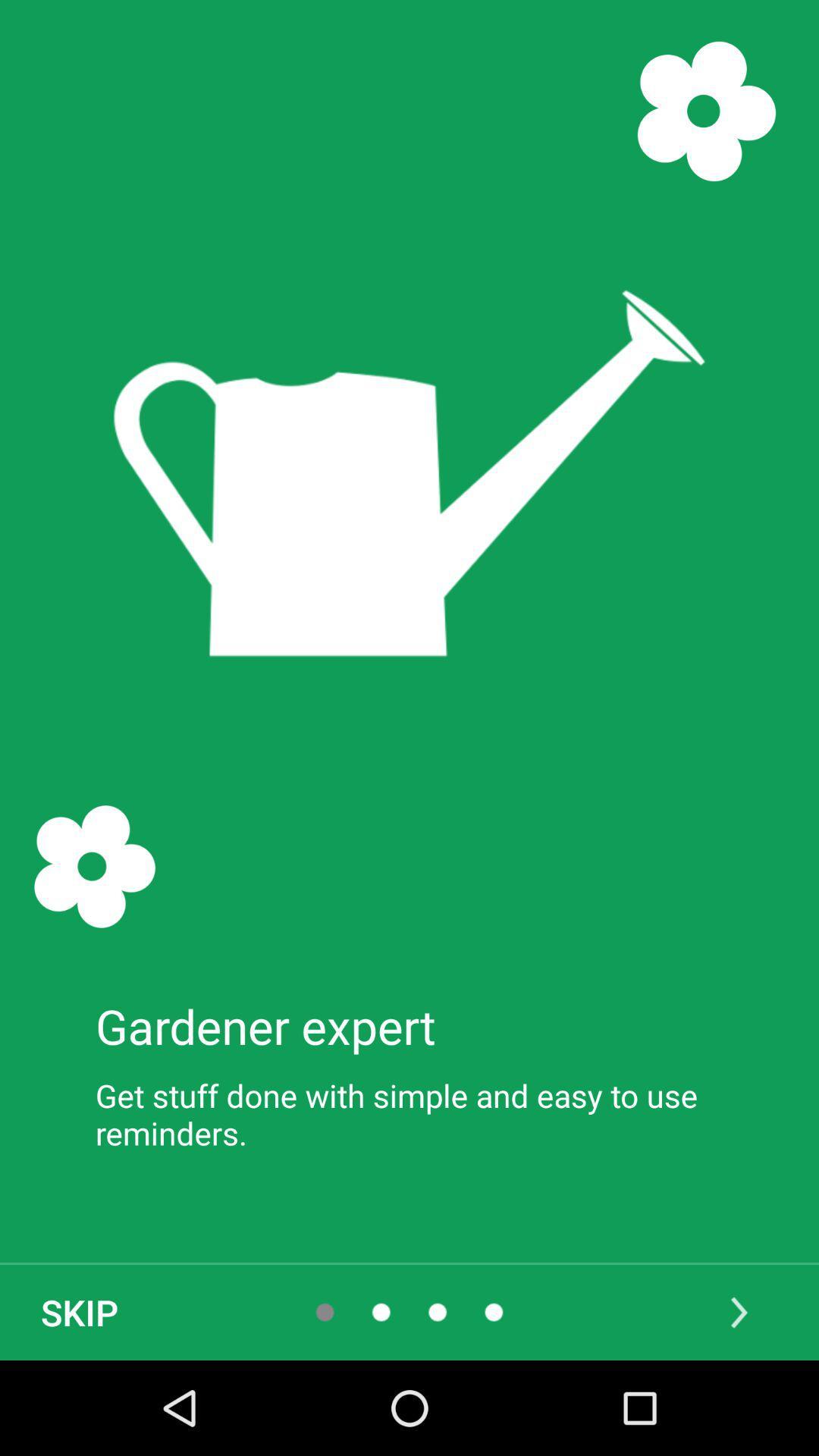 The width and height of the screenshot is (819, 1456). I want to click on the skip item, so click(79, 1312).